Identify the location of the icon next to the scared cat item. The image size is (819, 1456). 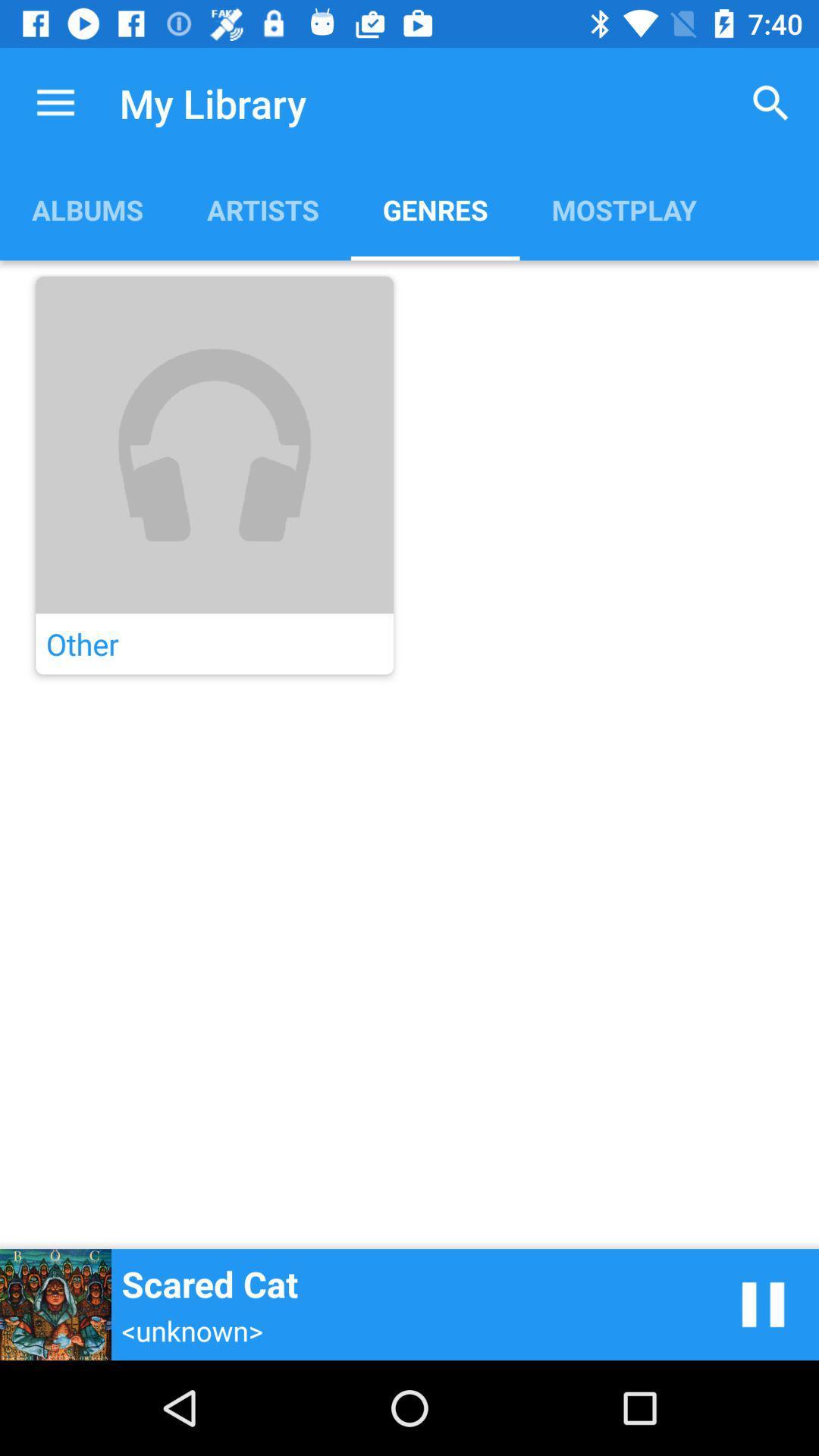
(763, 1304).